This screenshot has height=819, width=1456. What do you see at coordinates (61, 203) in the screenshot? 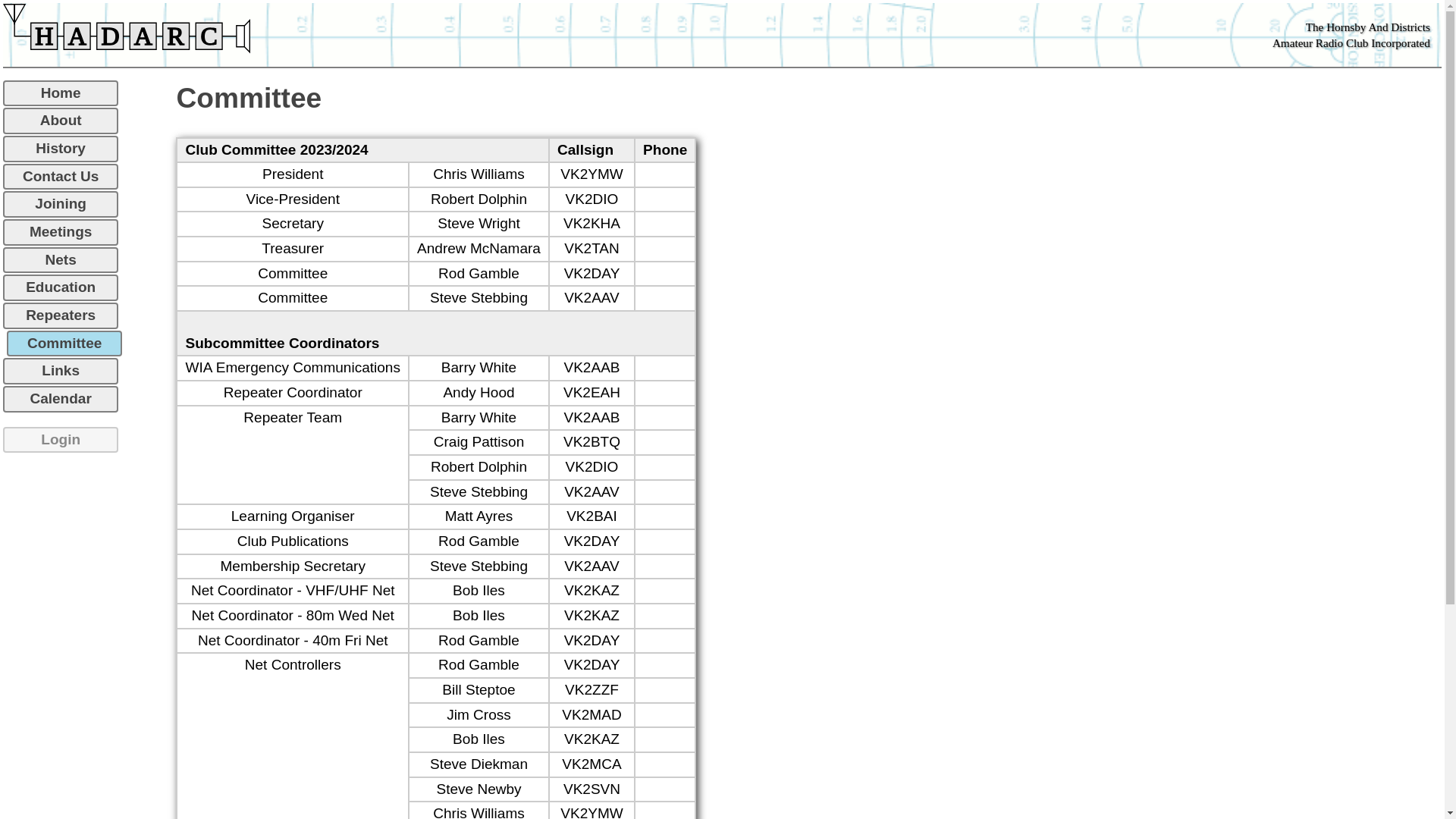
I see `'Joining'` at bounding box center [61, 203].